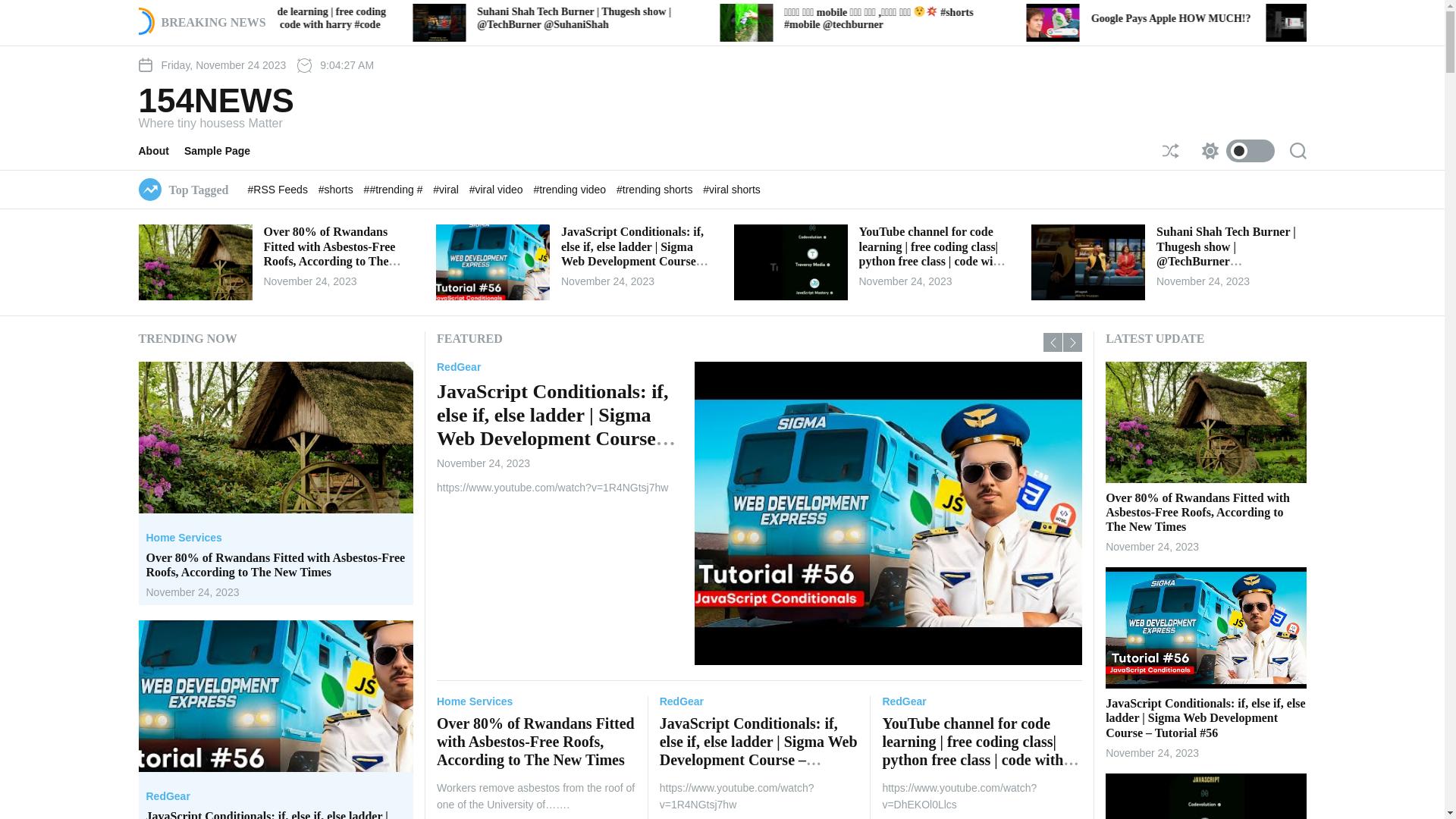 The width and height of the screenshot is (1456, 819). I want to click on 'Switch color mode', so click(1193, 151).